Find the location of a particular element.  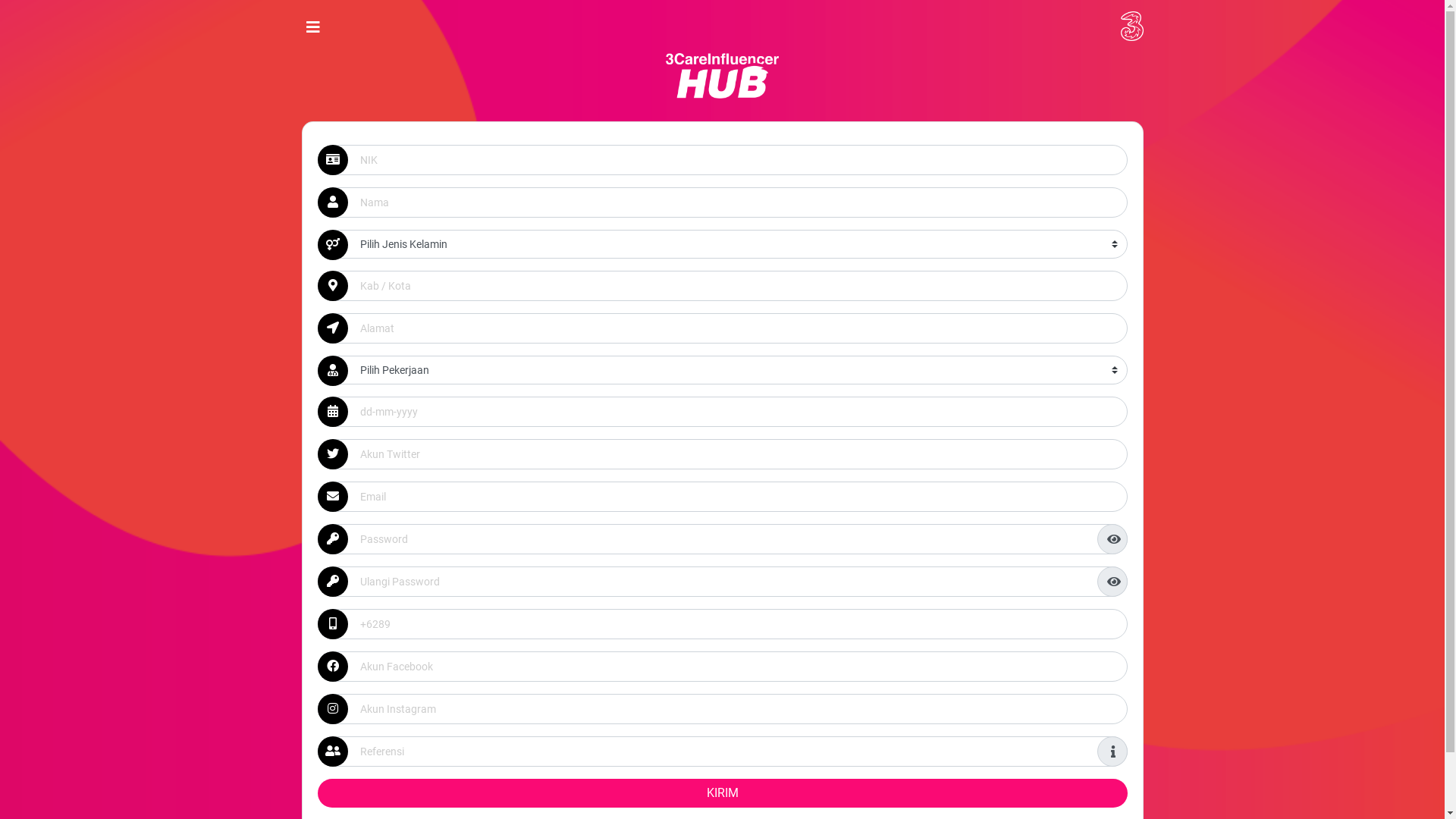

'KIRIM' is located at coordinates (720, 792).